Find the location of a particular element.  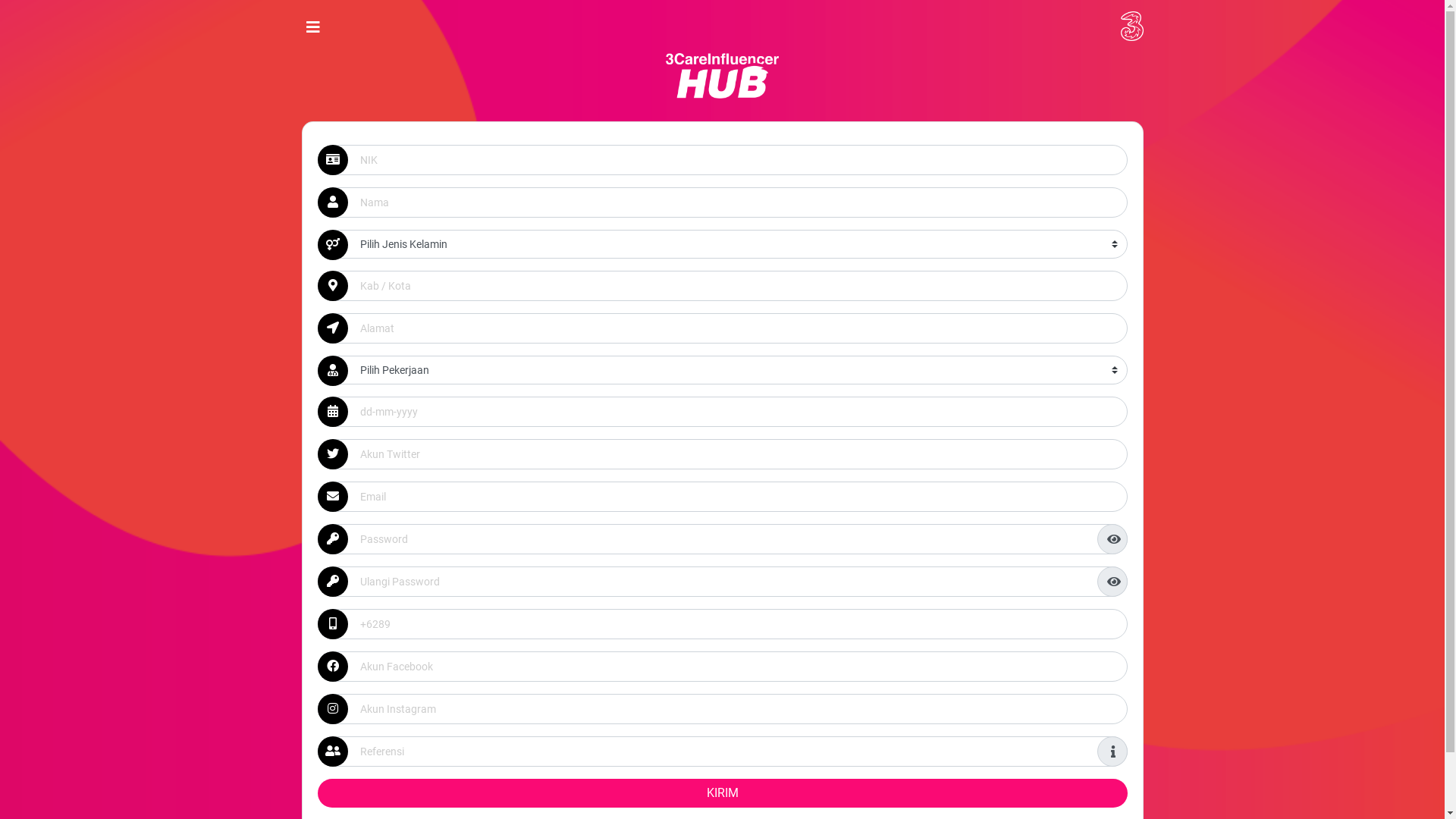

'KIRIM' is located at coordinates (720, 792).